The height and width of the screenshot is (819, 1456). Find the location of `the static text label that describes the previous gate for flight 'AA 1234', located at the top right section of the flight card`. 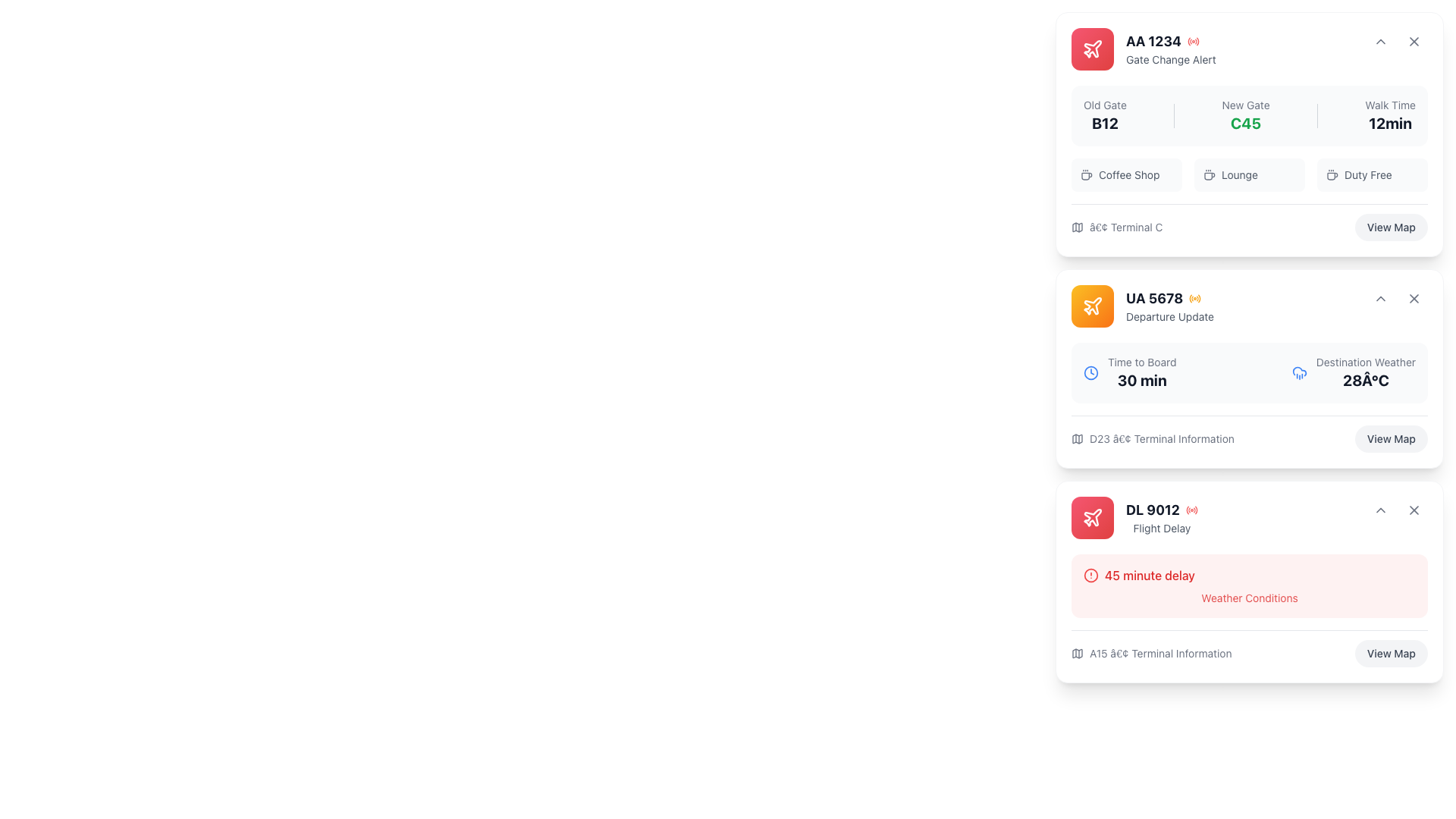

the static text label that describes the previous gate for flight 'AA 1234', located at the top right section of the flight card is located at coordinates (1105, 104).